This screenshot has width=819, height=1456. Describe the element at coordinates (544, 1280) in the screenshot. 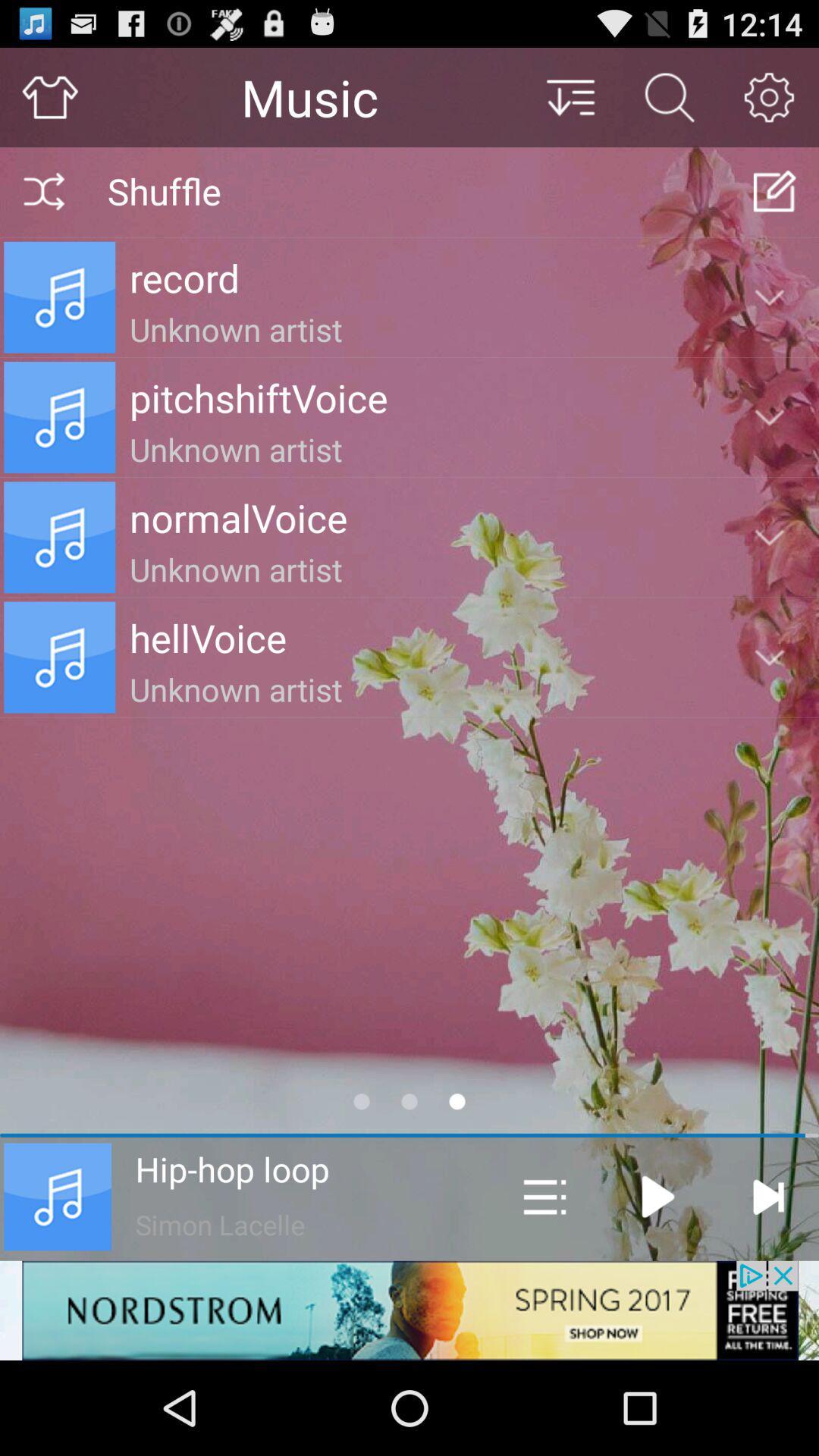

I see `the sliders icon` at that location.